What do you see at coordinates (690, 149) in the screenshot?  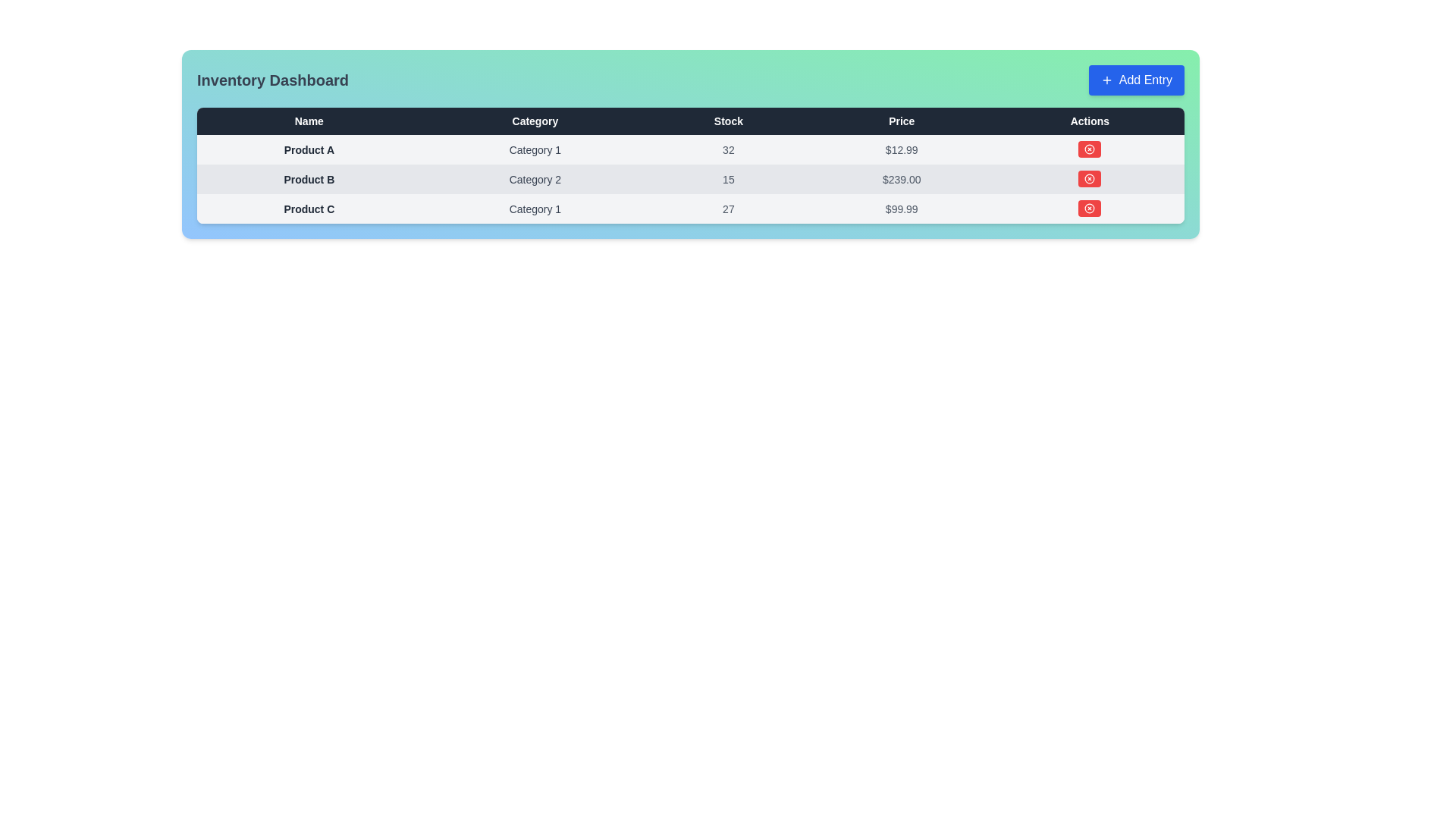 I see `the first row in the Inventory Dashboard table displaying data for 'Product A', which includes its category 'Category 1', stock amount '32', and price '$12.99'` at bounding box center [690, 149].